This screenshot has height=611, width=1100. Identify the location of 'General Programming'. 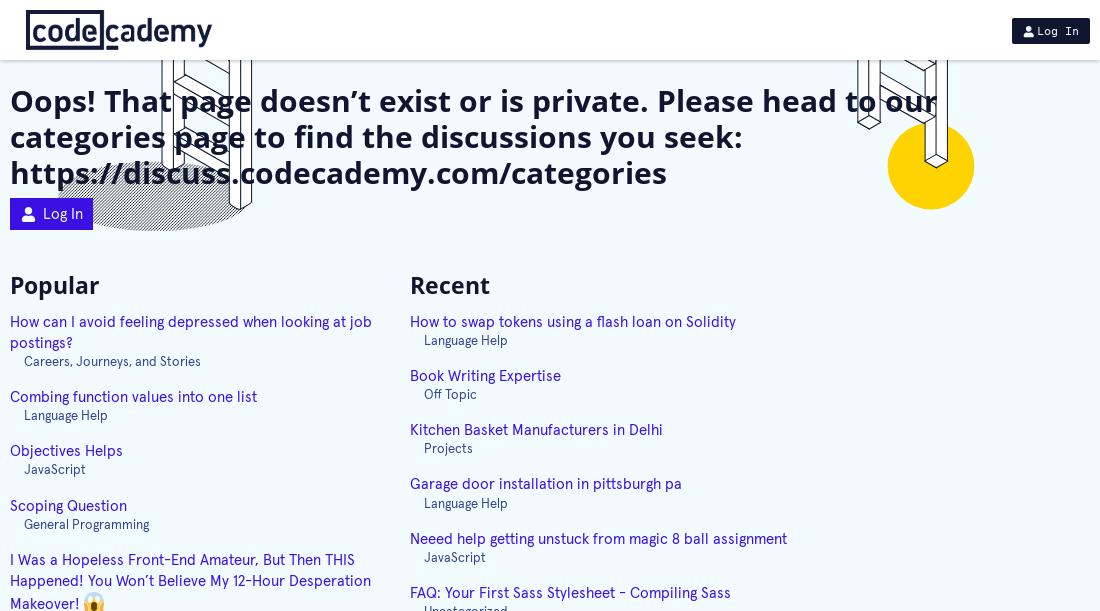
(86, 524).